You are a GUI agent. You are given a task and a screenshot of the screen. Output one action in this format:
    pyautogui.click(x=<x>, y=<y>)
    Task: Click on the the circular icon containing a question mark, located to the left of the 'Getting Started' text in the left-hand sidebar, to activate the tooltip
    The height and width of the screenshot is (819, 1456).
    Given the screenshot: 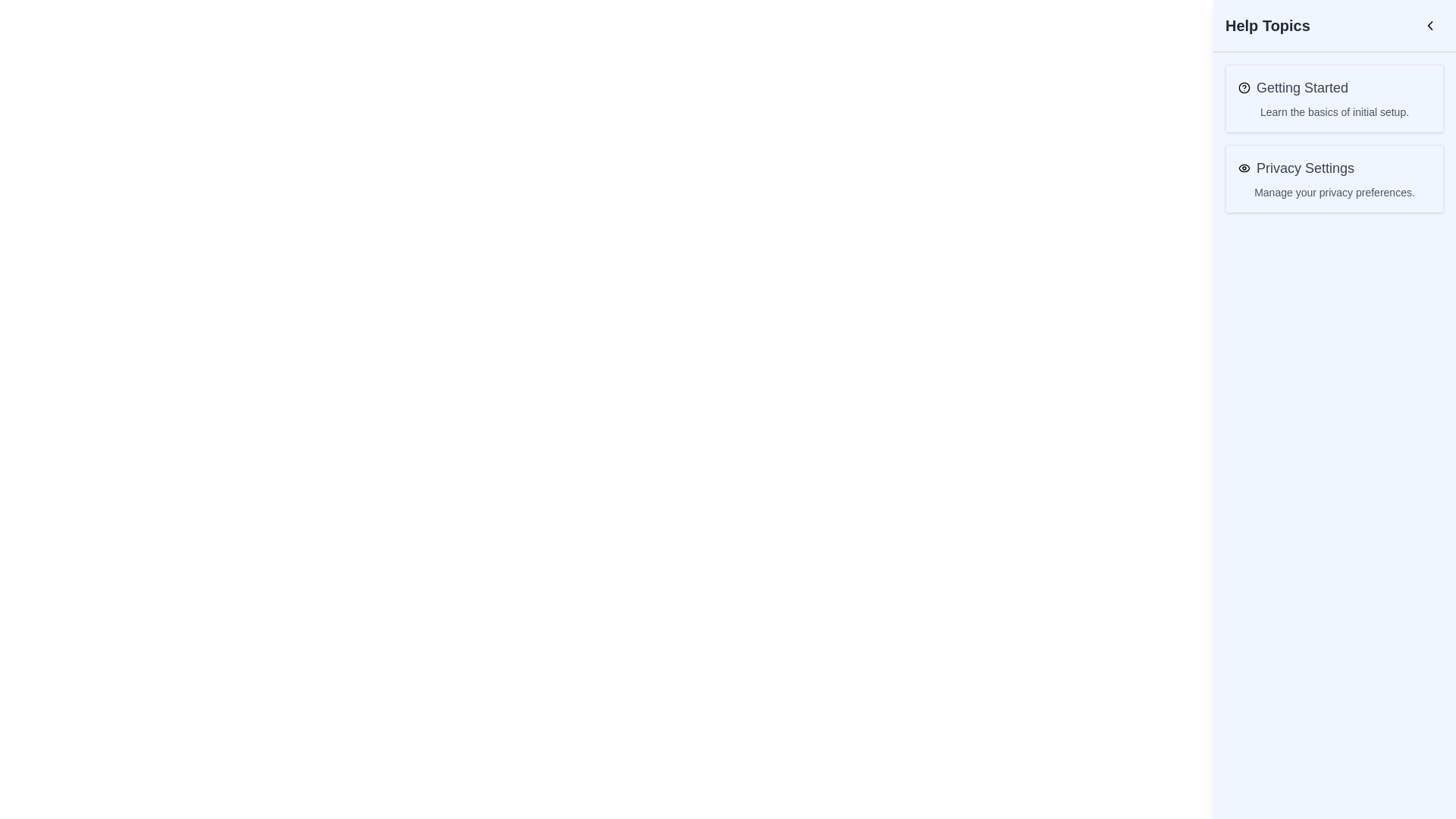 What is the action you would take?
    pyautogui.click(x=1244, y=87)
    